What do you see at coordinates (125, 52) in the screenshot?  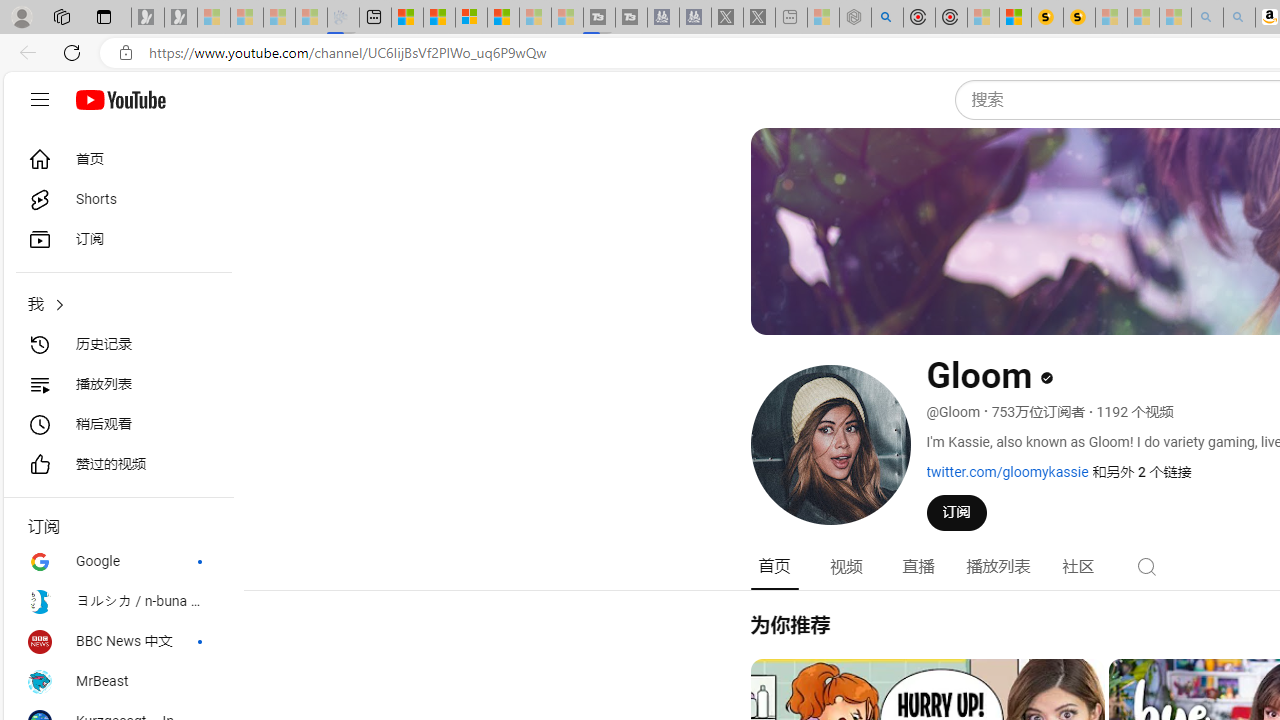 I see `'View site information'` at bounding box center [125, 52].